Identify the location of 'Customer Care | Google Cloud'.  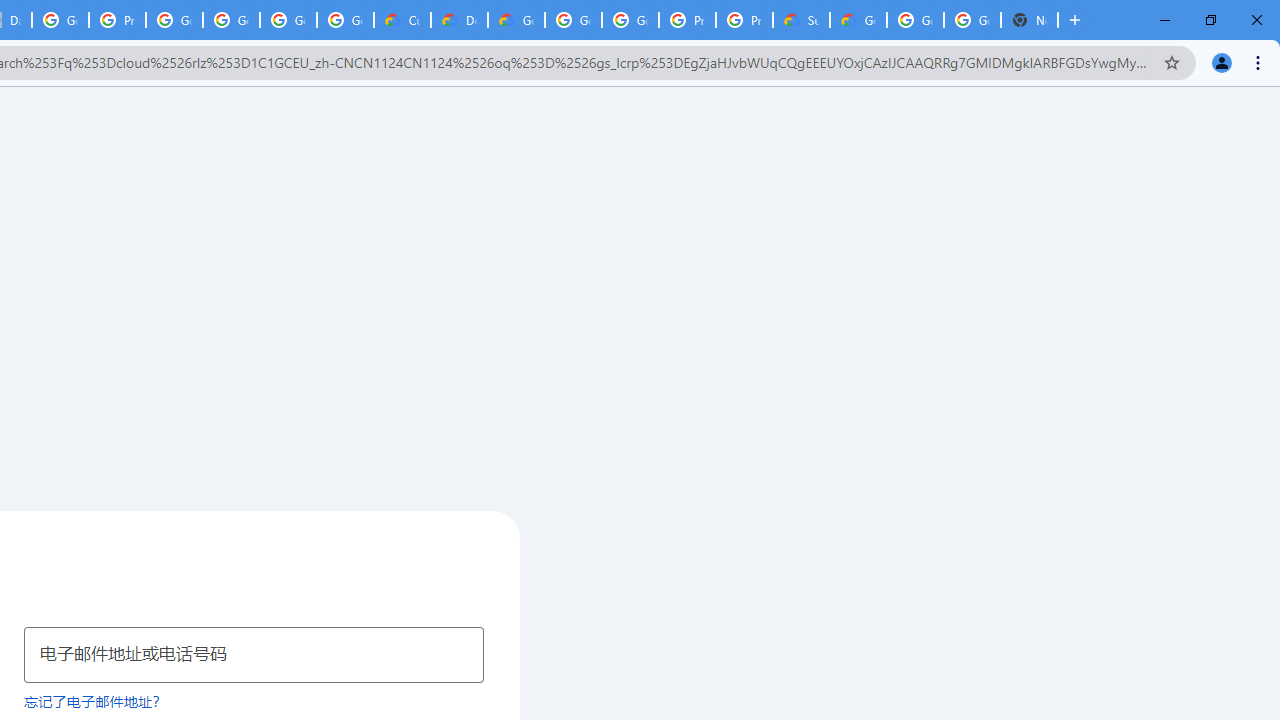
(401, 20).